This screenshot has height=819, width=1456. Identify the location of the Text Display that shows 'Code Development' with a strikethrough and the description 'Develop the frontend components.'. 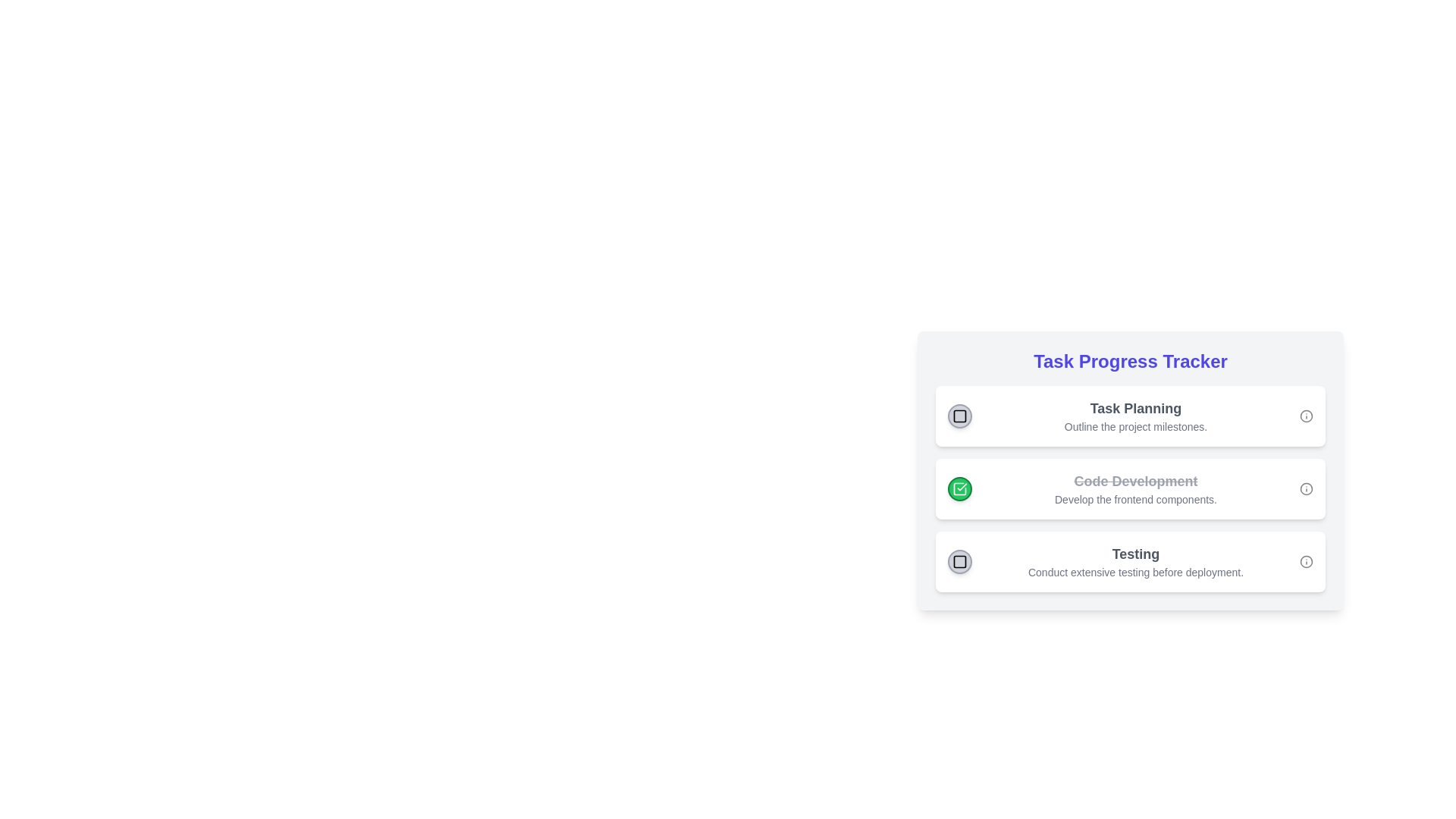
(1135, 488).